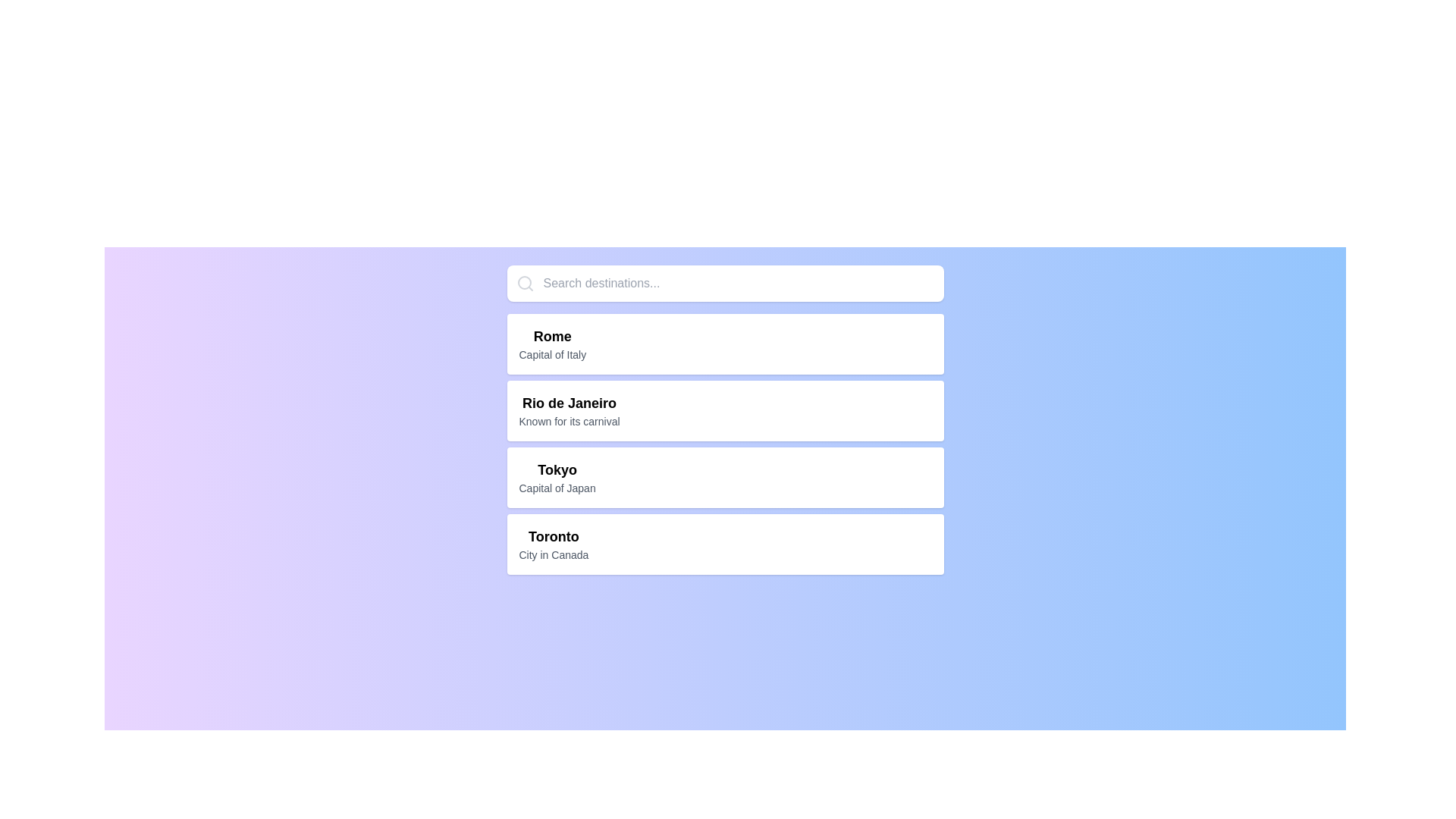 This screenshot has width=1456, height=819. I want to click on the gray magnifying glass icon representing the search function, located on the left-hand side of the search input field, so click(525, 284).